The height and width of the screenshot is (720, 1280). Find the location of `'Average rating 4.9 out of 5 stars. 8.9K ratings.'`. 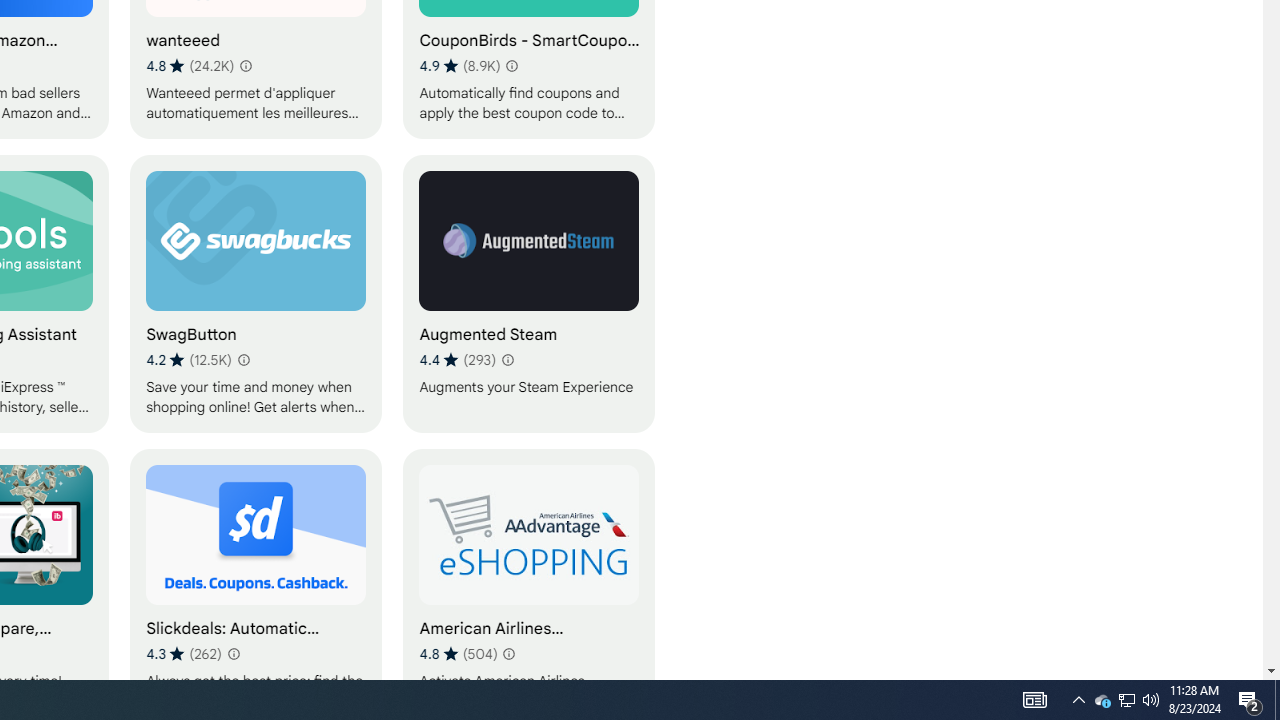

'Average rating 4.9 out of 5 stars. 8.9K ratings.' is located at coordinates (458, 65).